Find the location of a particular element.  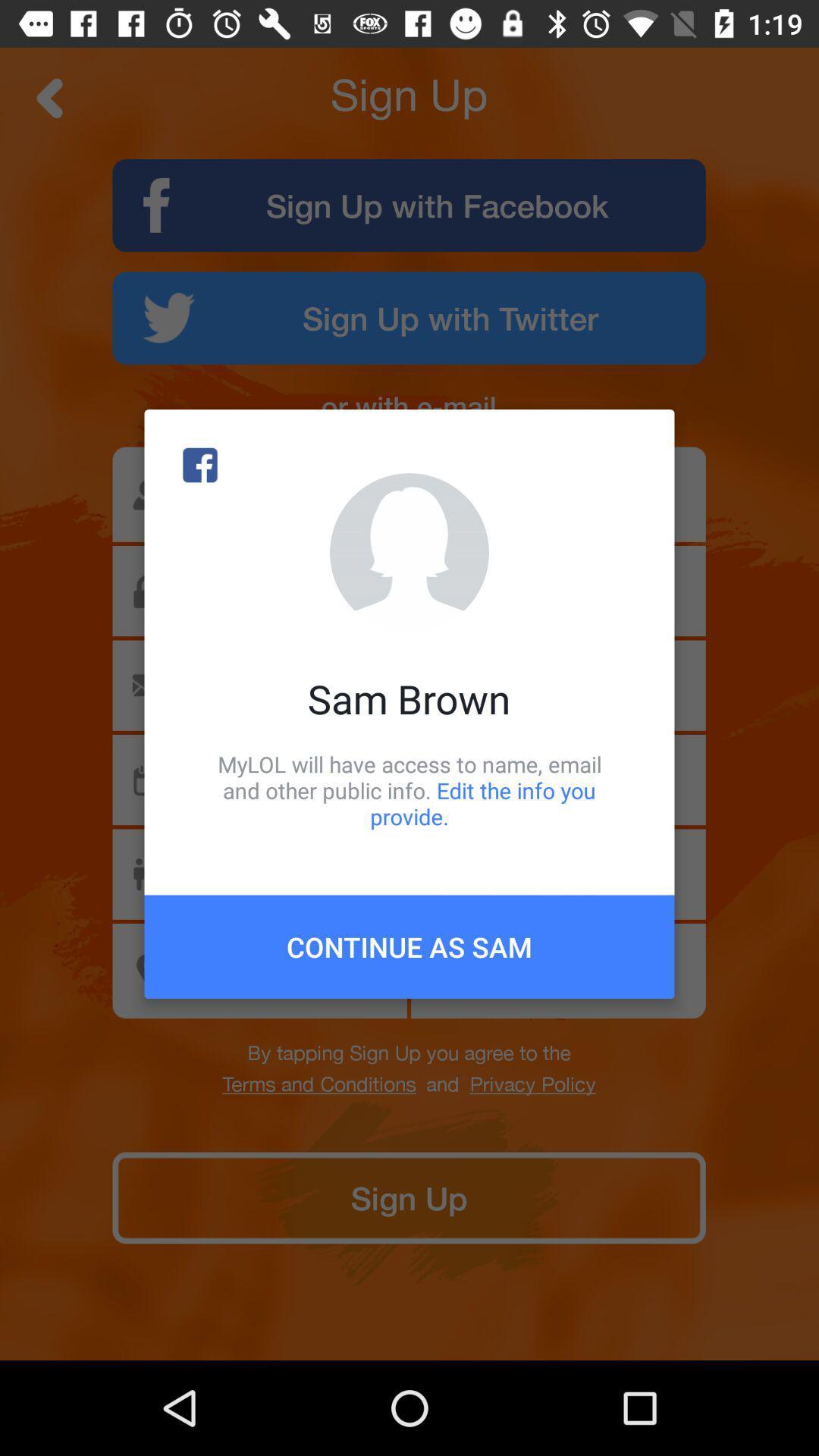

the mylol will have icon is located at coordinates (409, 789).